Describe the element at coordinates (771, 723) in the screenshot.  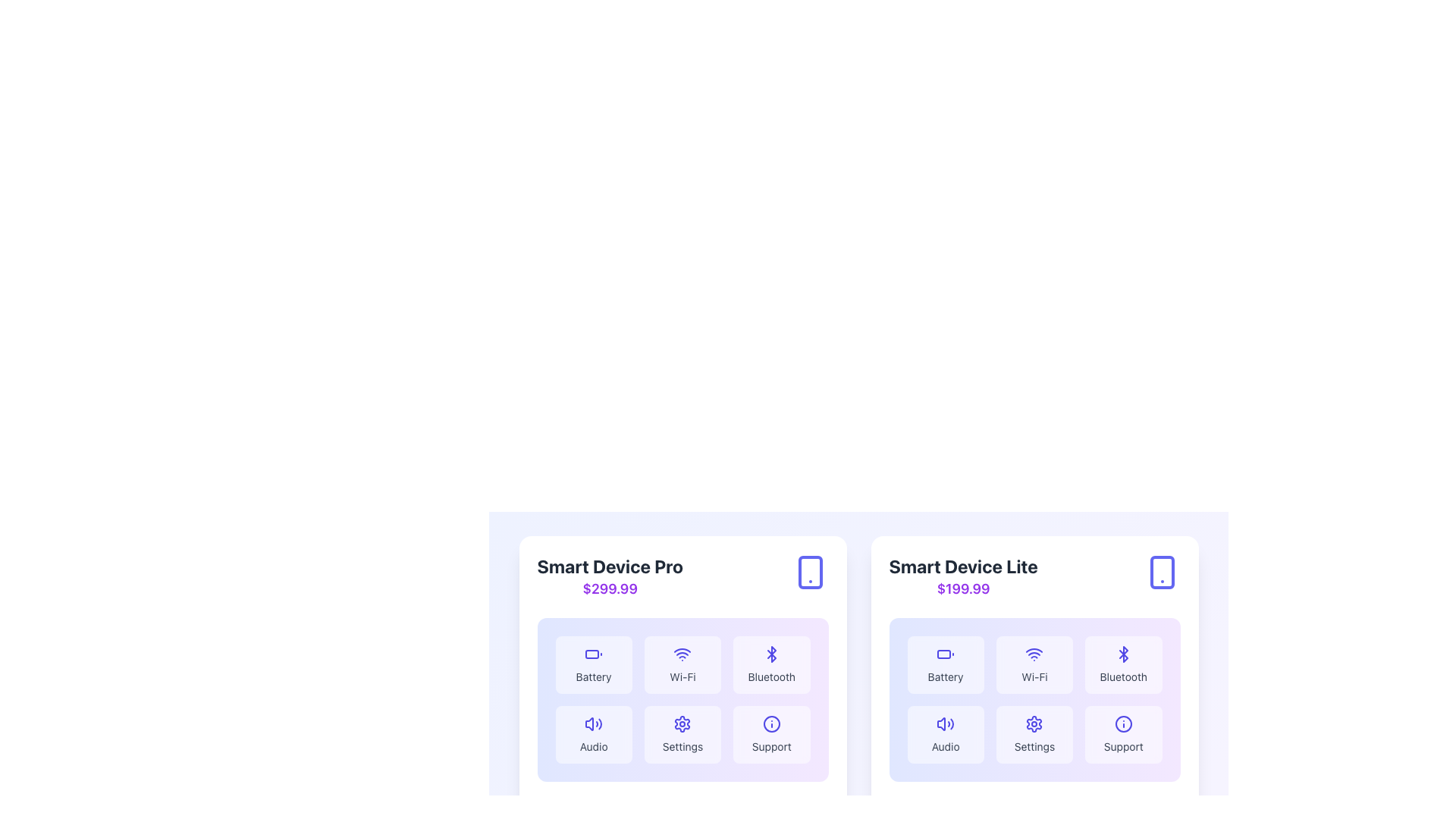
I see `the Information icon located in the lower-right corner of the 3x2 grid within the 'Smart Device Pro' interface in the 'Support' section` at that location.